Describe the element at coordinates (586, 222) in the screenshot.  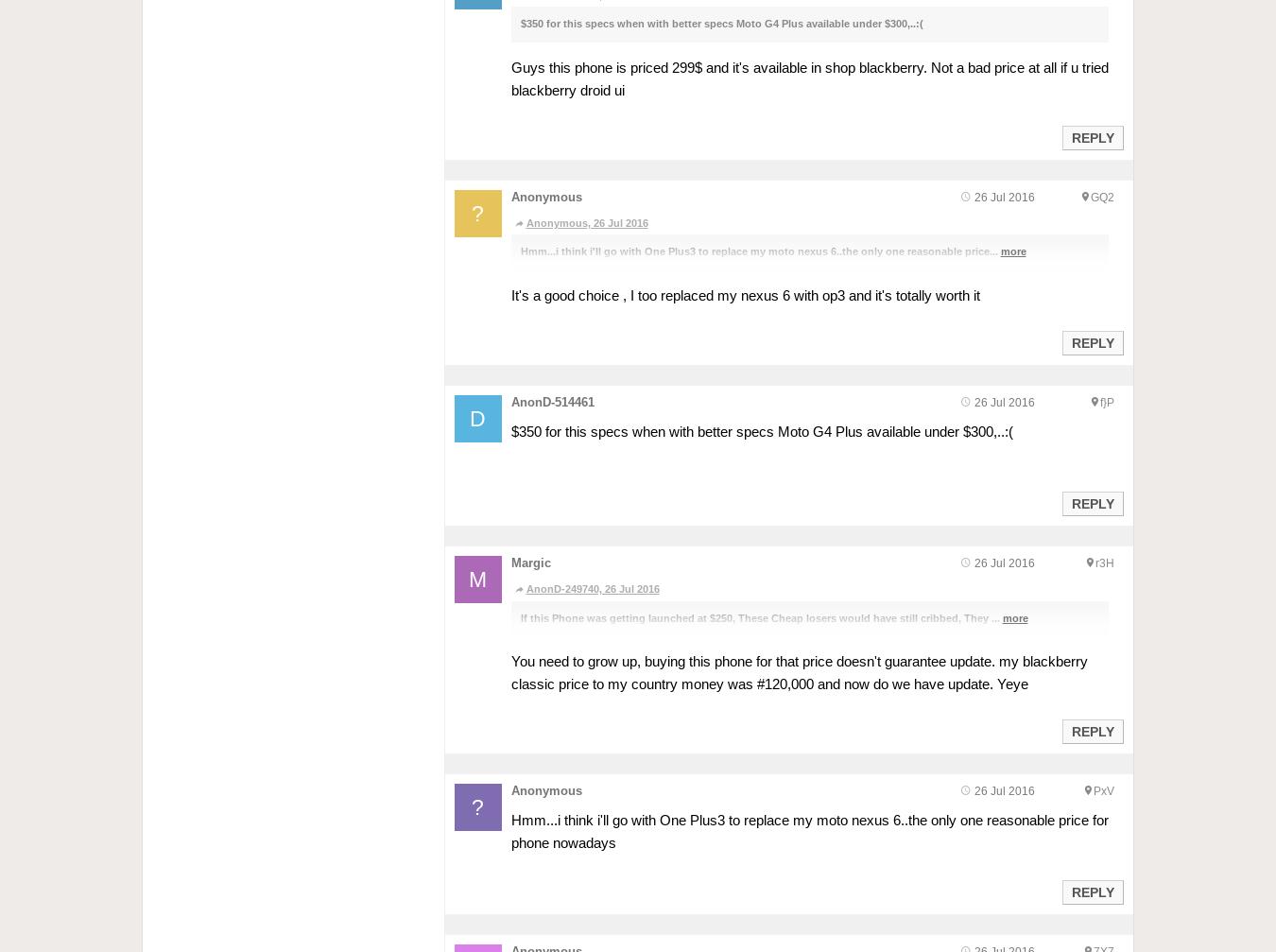
I see `'Anonymous, 26 Jul 2016'` at that location.